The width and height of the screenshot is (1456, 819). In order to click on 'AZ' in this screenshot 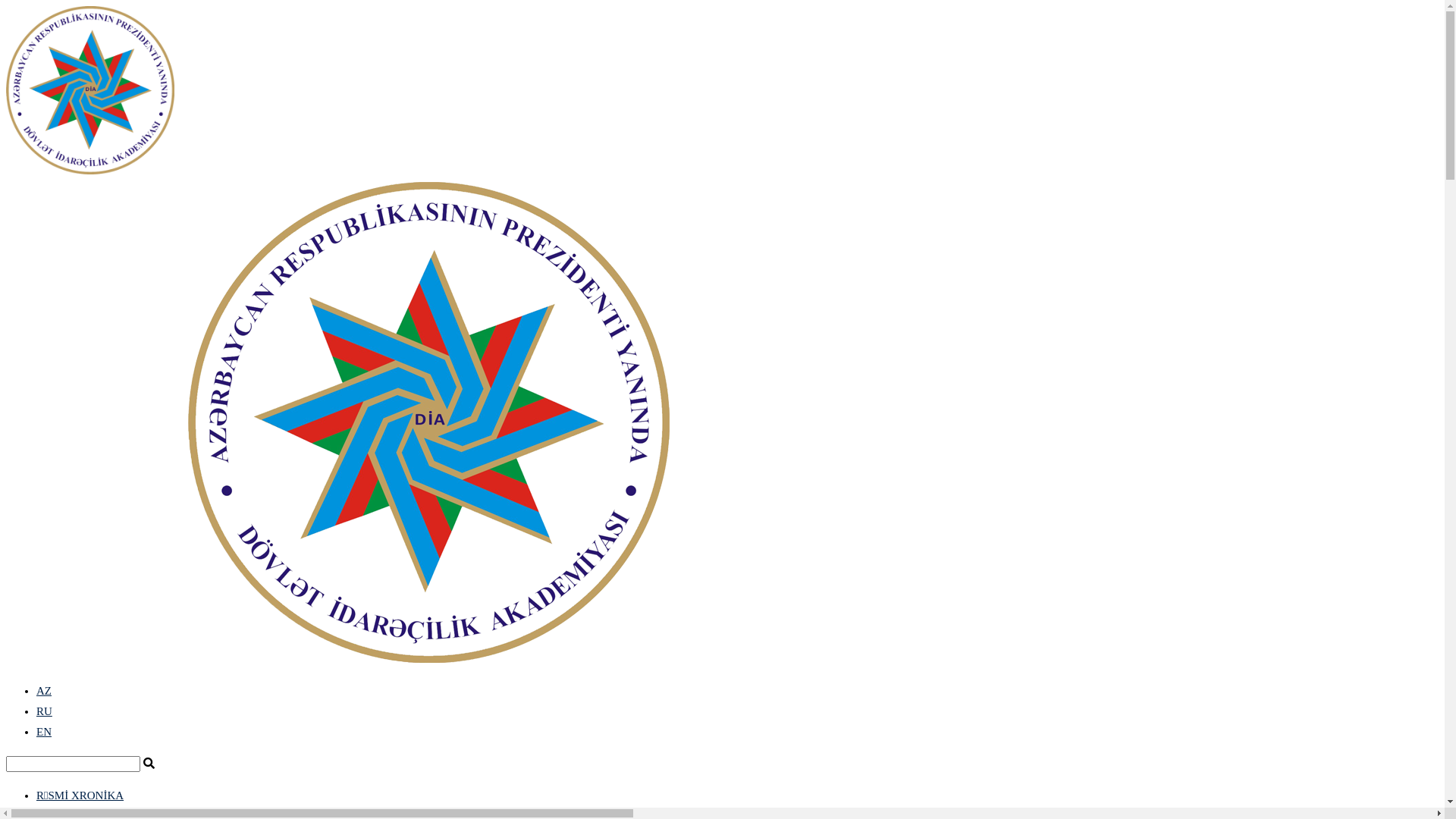, I will do `click(36, 690)`.